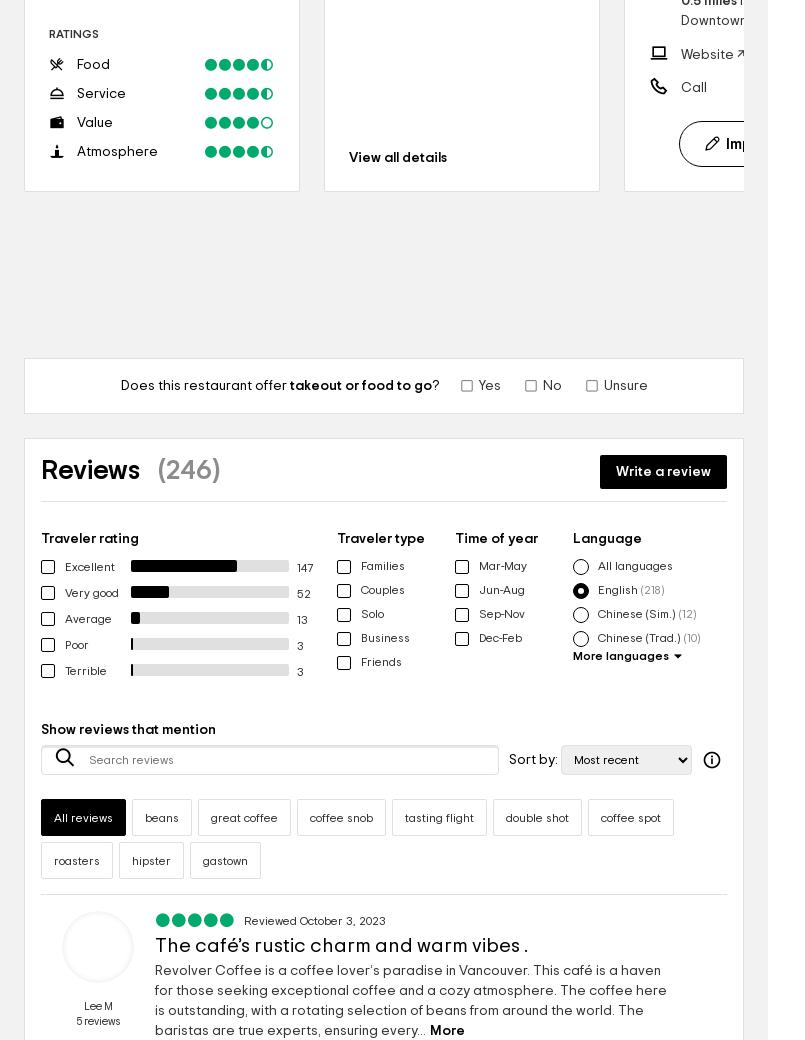  I want to click on 'beans', so click(161, 816).